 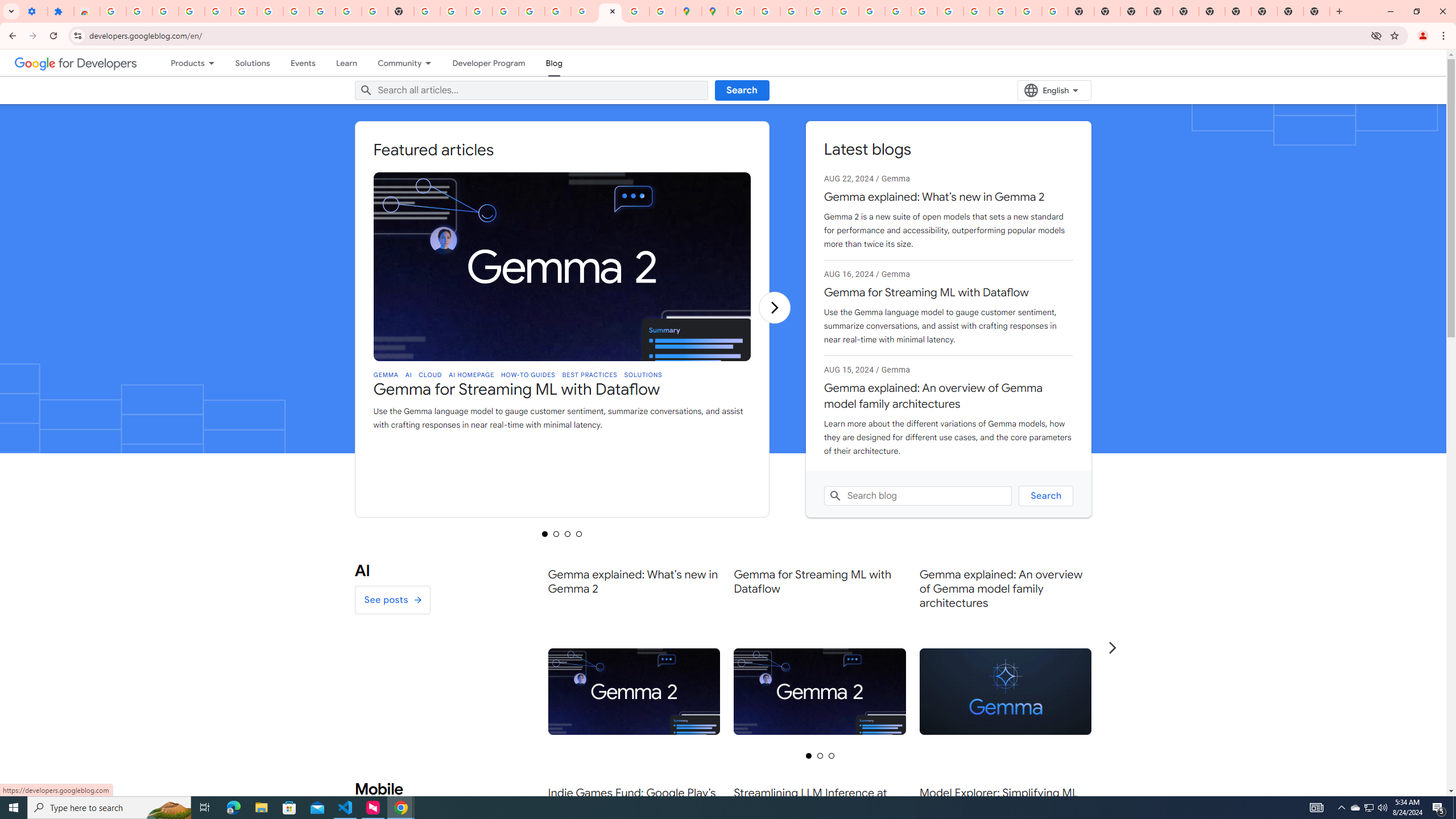 I want to click on 'Sign in - Google Accounts', so click(x=112, y=11).